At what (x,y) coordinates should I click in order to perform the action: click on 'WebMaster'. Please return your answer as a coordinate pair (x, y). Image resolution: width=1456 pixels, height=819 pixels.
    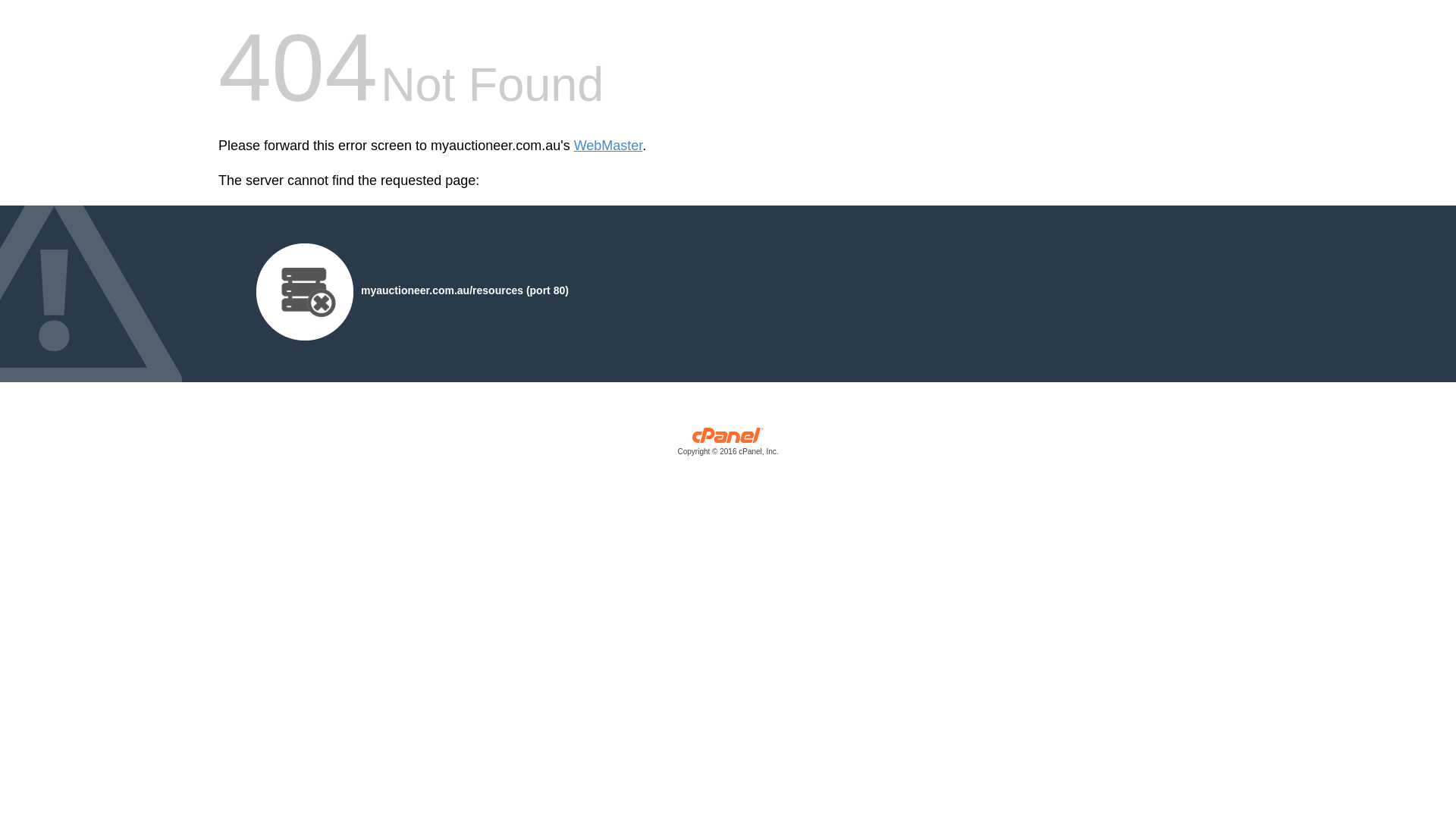
    Looking at the image, I should click on (608, 146).